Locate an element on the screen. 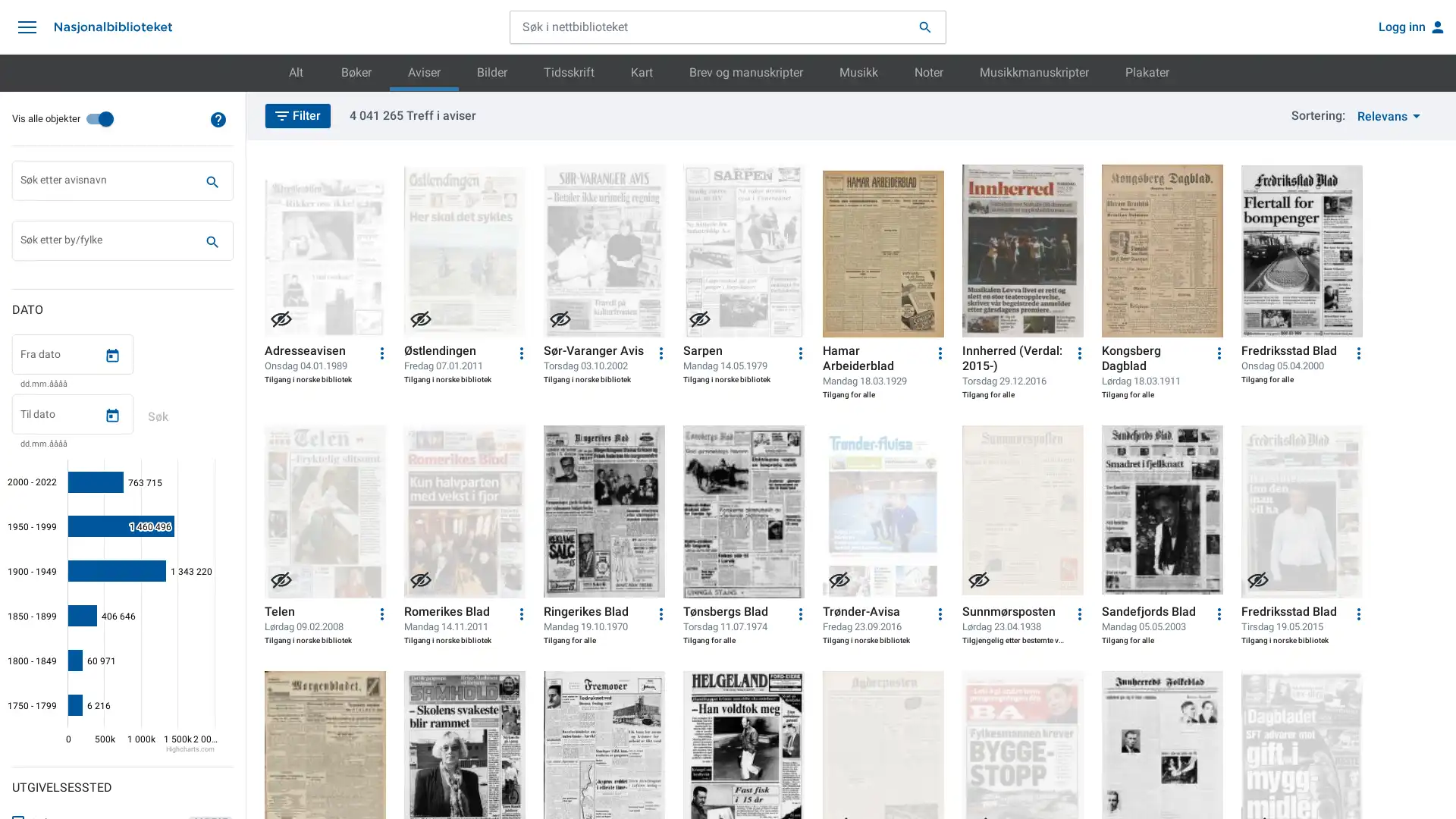 Image resolution: width=1456 pixels, height=819 pixels. Hjelp om alle objekter is located at coordinates (218, 118).